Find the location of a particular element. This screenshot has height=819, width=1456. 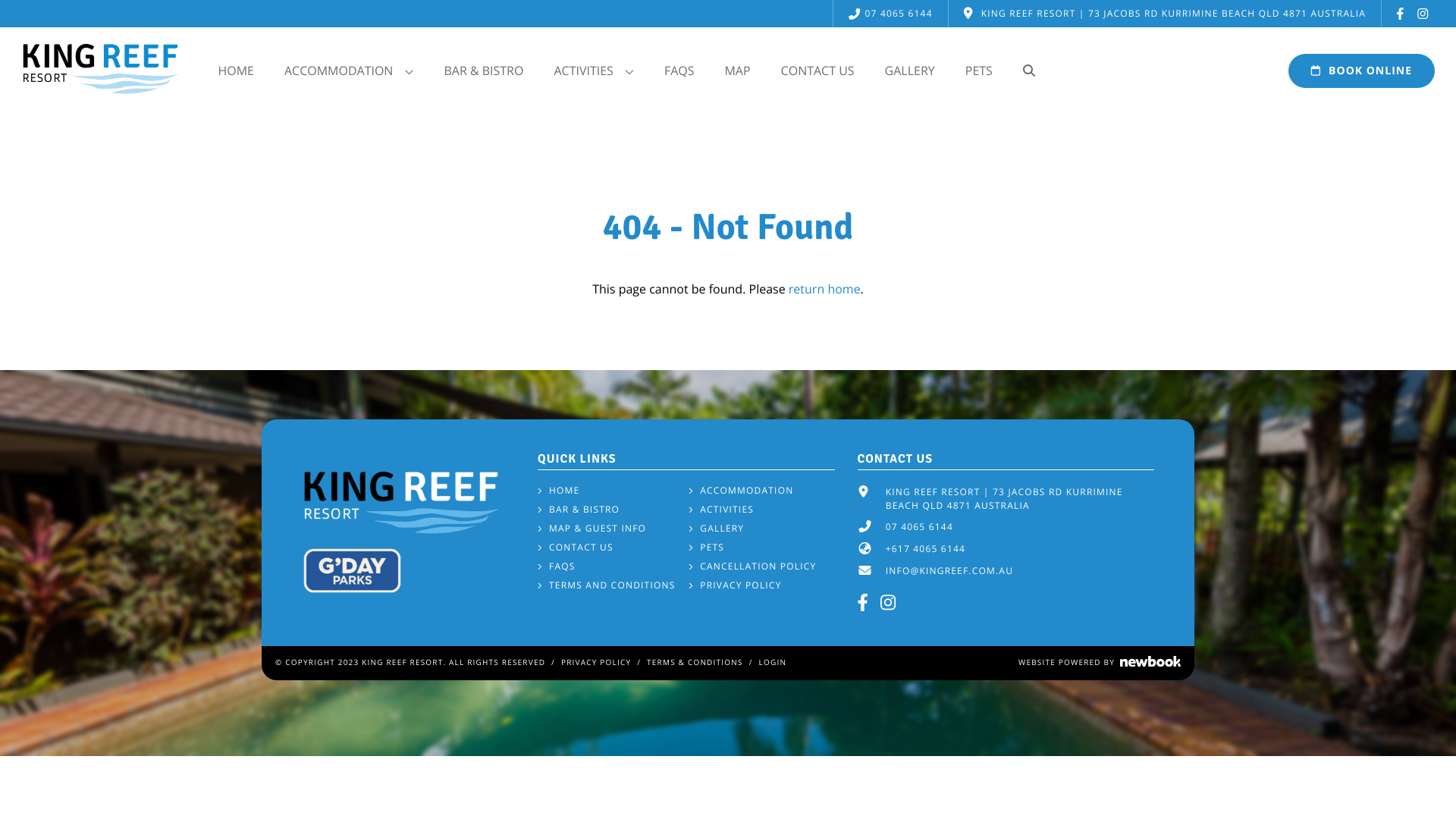

'ACCOMMODATION' is located at coordinates (741, 491).